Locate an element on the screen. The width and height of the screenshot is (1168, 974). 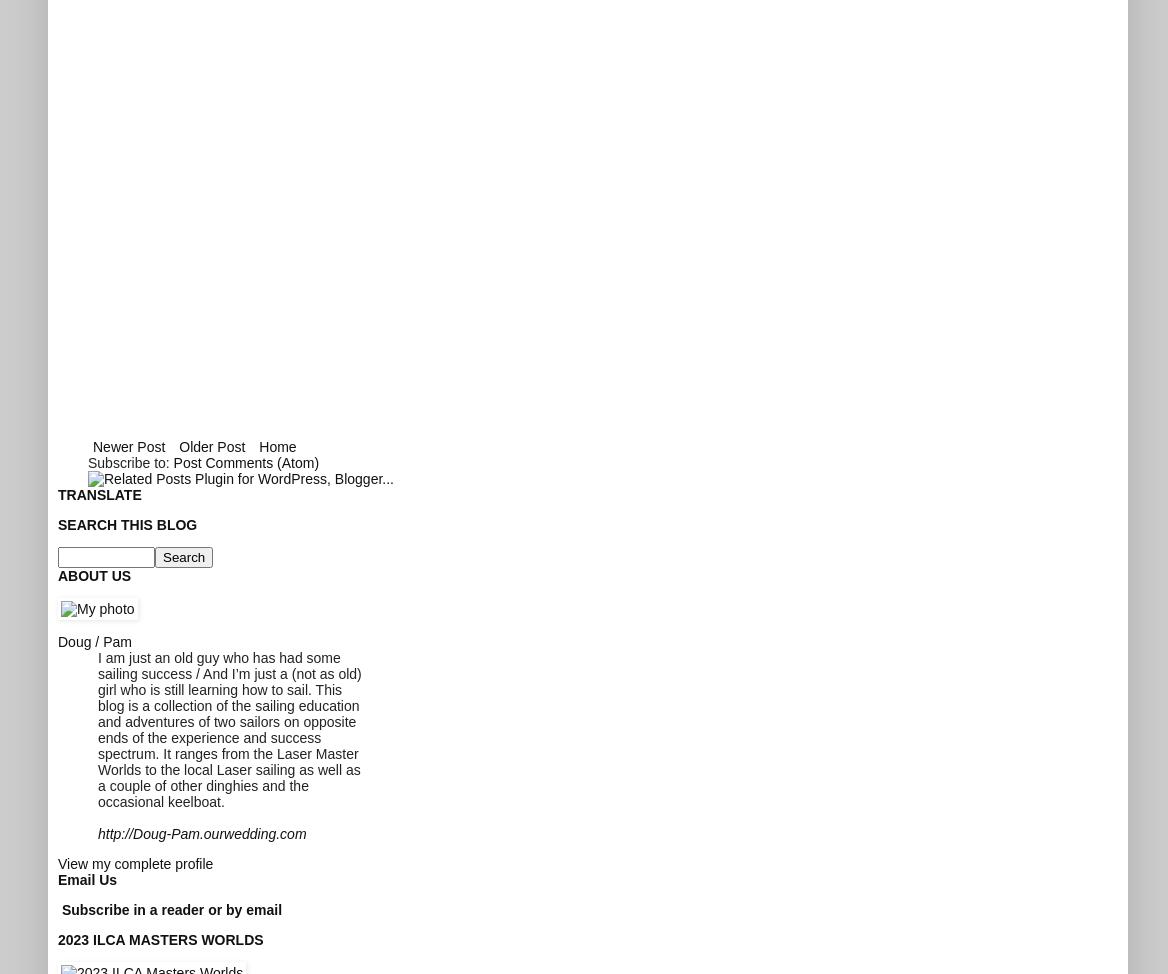
'2023 ILCA Masters Worlds' is located at coordinates (160, 938).